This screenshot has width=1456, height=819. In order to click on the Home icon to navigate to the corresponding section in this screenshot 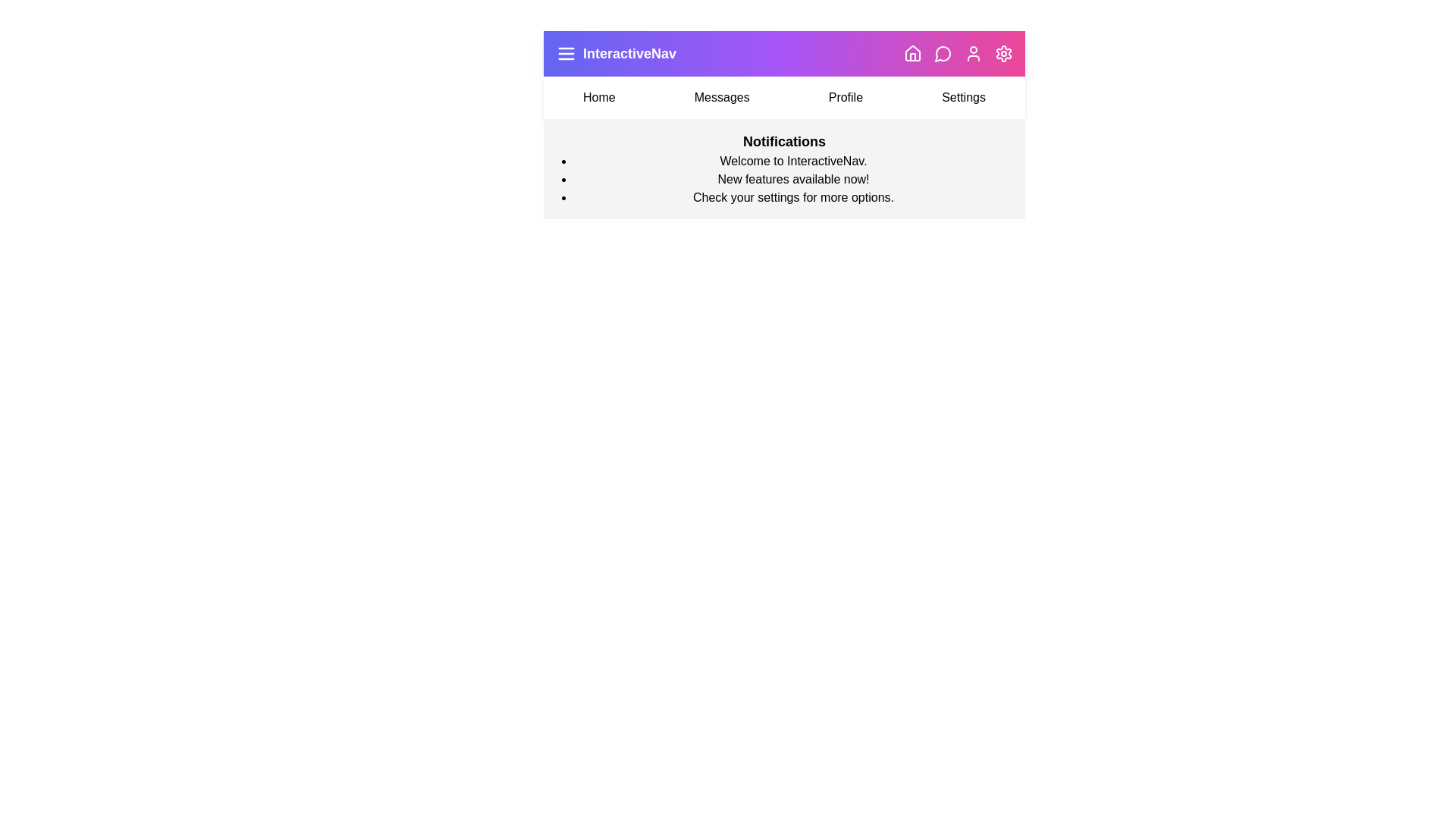, I will do `click(912, 52)`.